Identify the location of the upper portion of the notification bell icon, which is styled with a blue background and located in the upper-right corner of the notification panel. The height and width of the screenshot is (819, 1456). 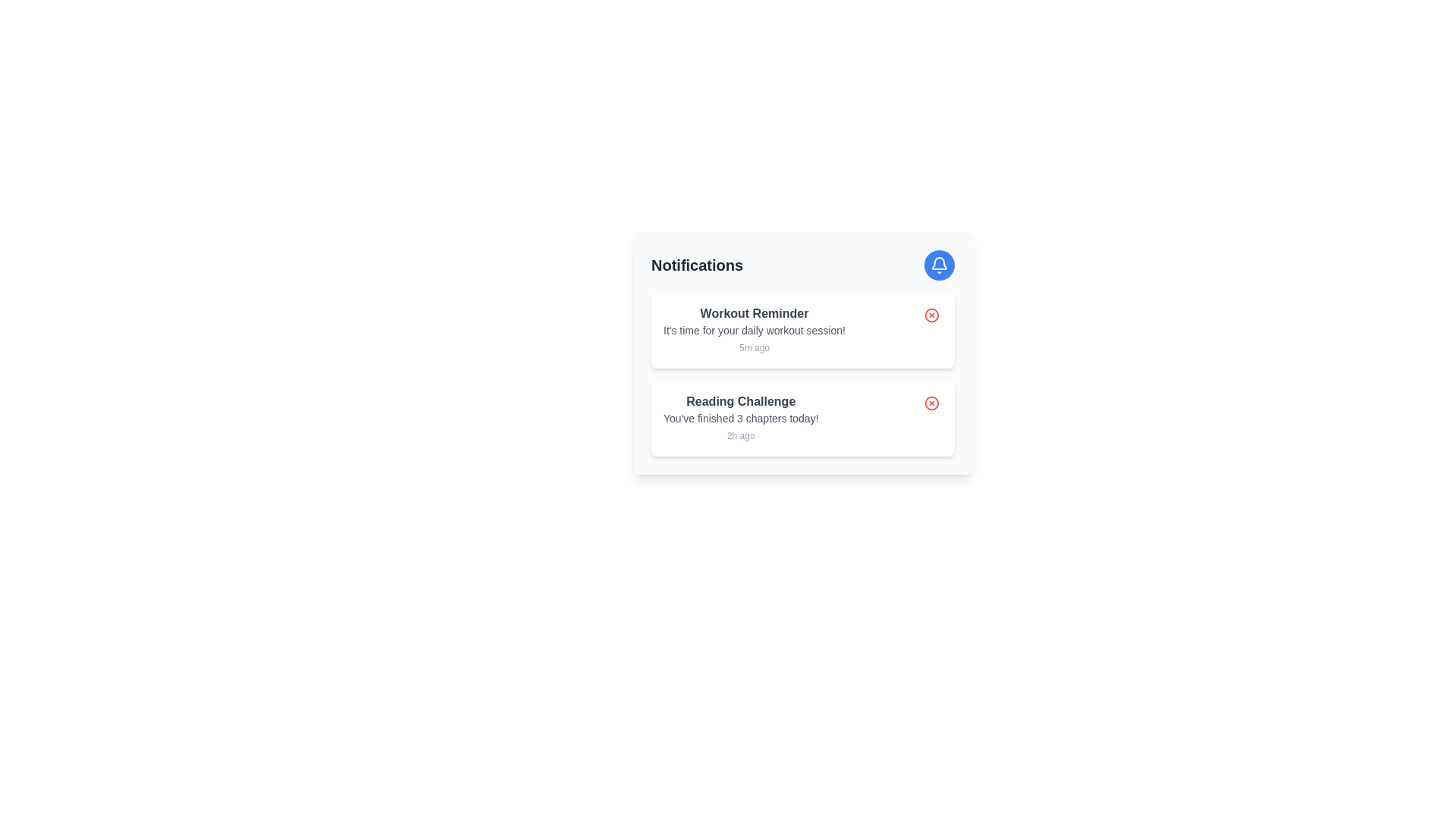
(938, 262).